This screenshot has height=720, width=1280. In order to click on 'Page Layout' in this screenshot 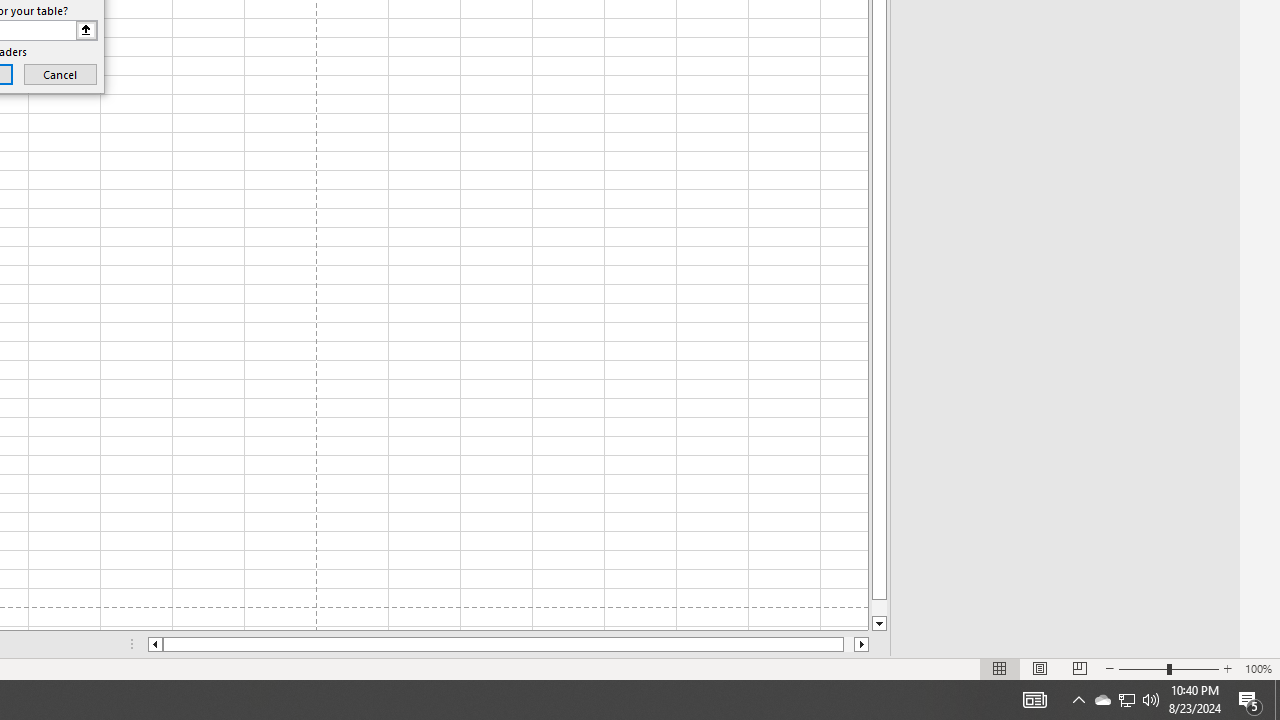, I will do `click(1040, 669)`.